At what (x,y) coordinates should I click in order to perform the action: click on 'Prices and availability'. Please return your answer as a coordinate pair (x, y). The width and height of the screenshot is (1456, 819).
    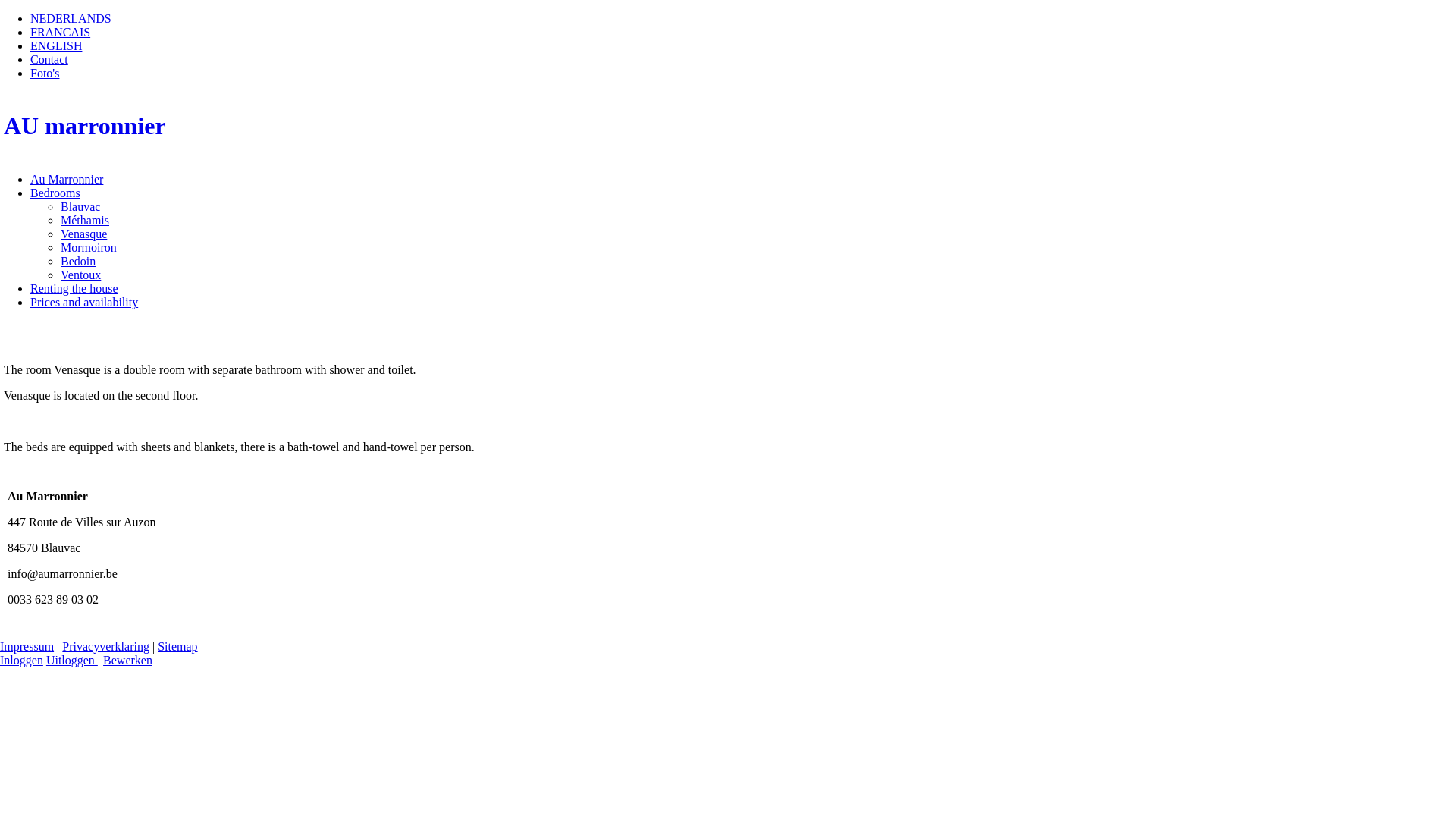
    Looking at the image, I should click on (30, 302).